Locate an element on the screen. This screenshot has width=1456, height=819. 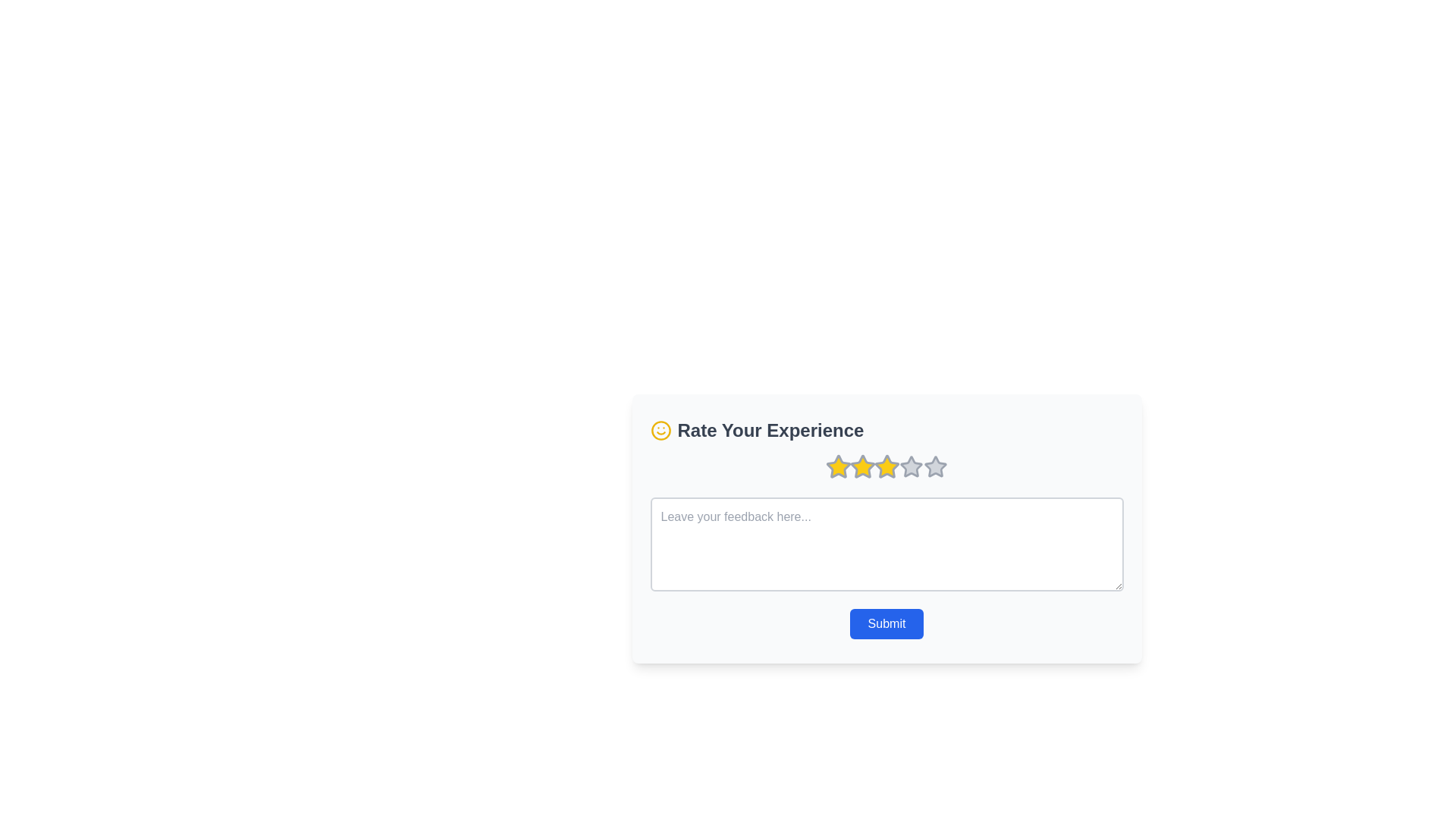
the fifth and last Clickable star icon in the horizontal rating bar is located at coordinates (934, 466).